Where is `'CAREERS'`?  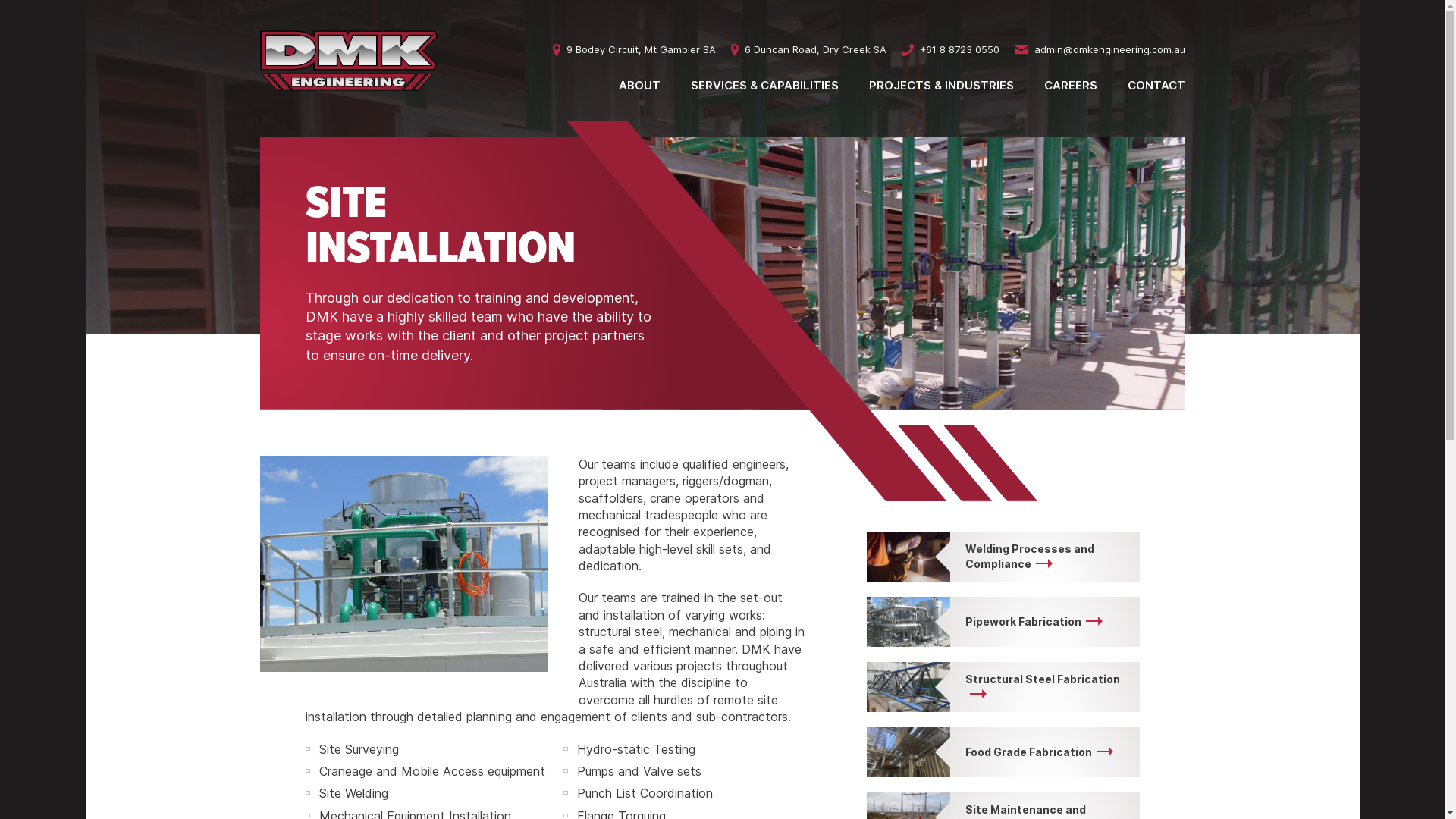
'CAREERS' is located at coordinates (1069, 84).